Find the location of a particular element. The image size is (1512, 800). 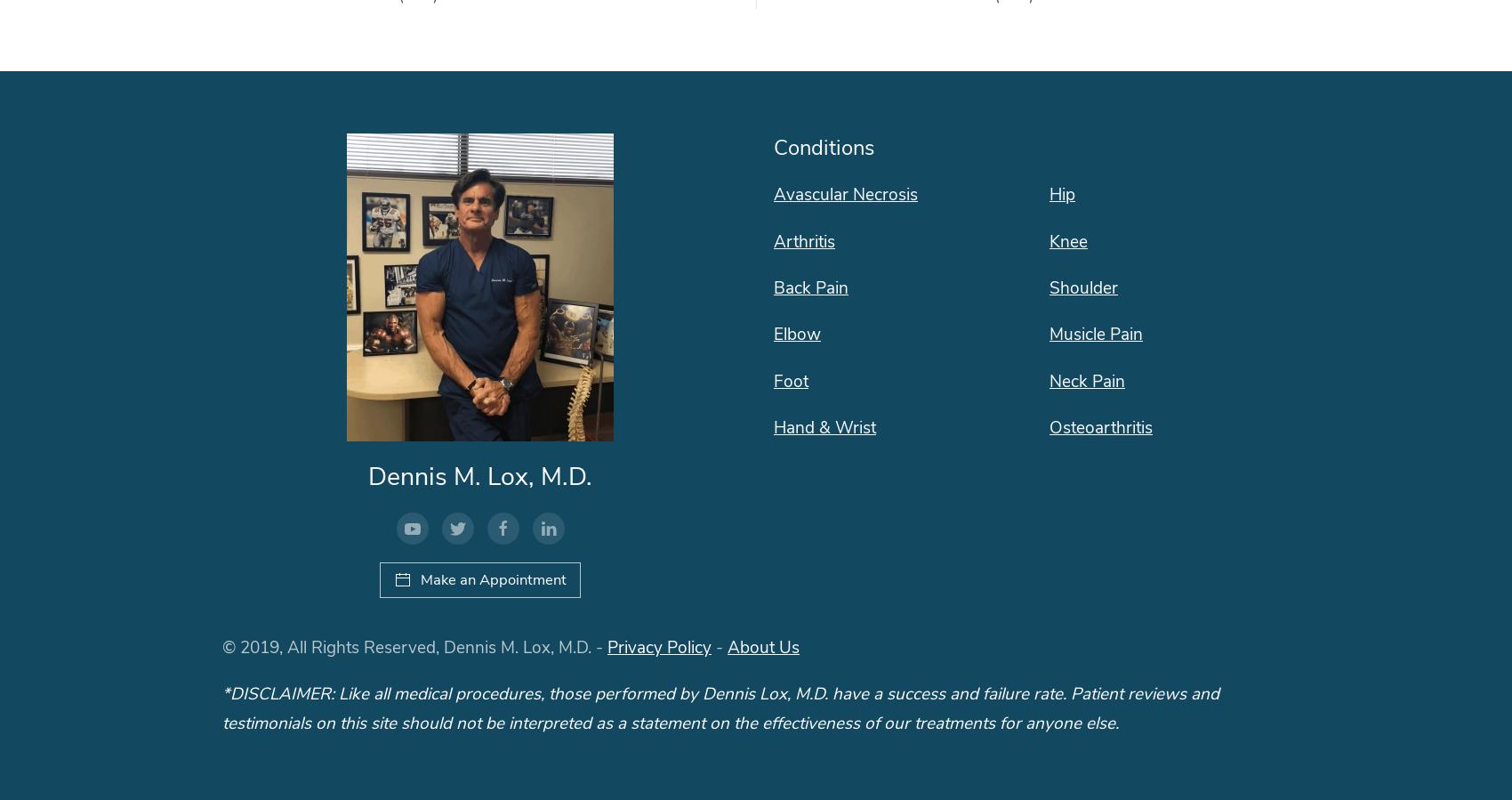

'Elbow' is located at coordinates (797, 333).